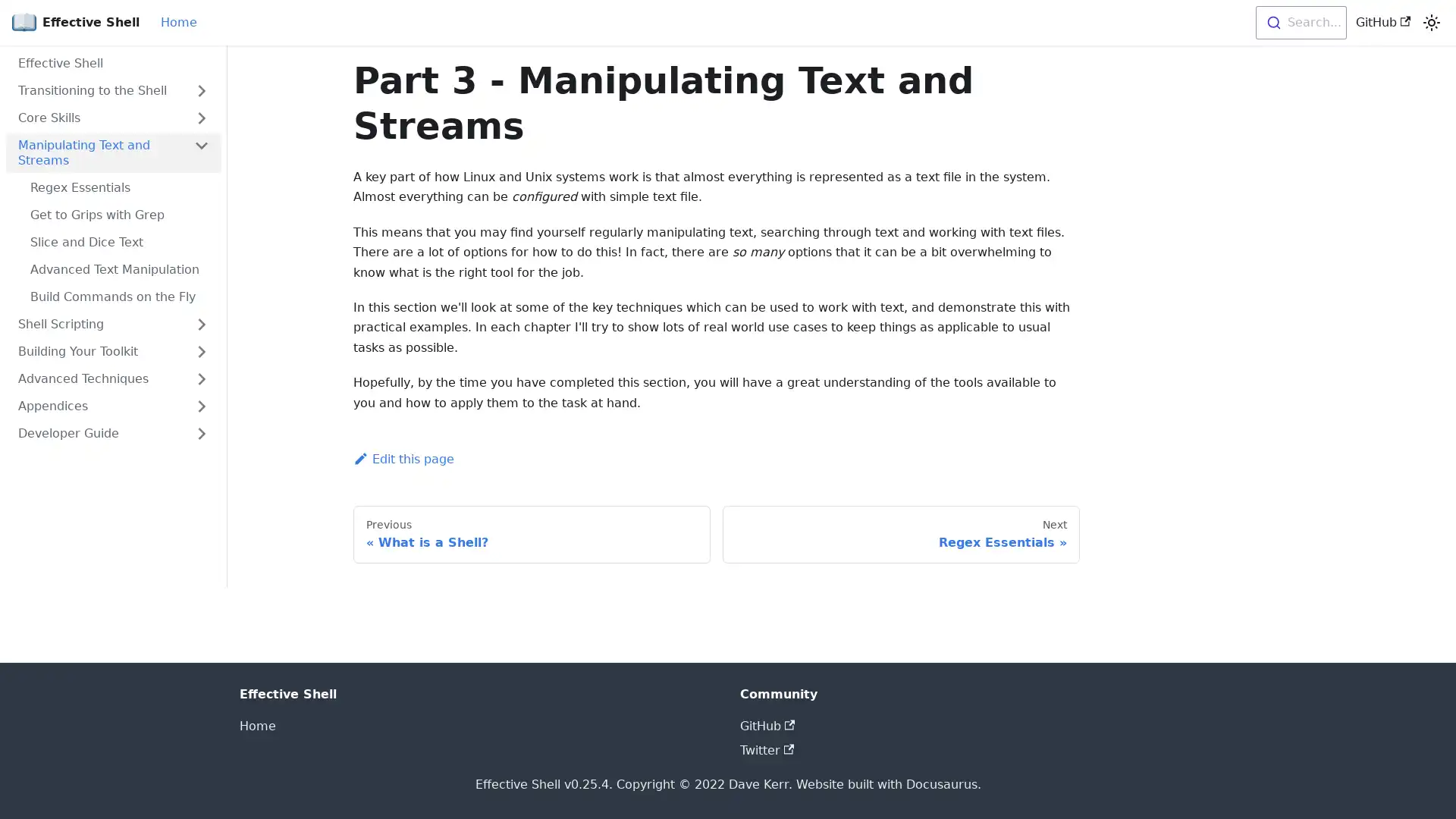 Image resolution: width=1456 pixels, height=819 pixels. I want to click on Toggle the collapsible sidebar category 'Manipulating Text and Streams', so click(200, 152).